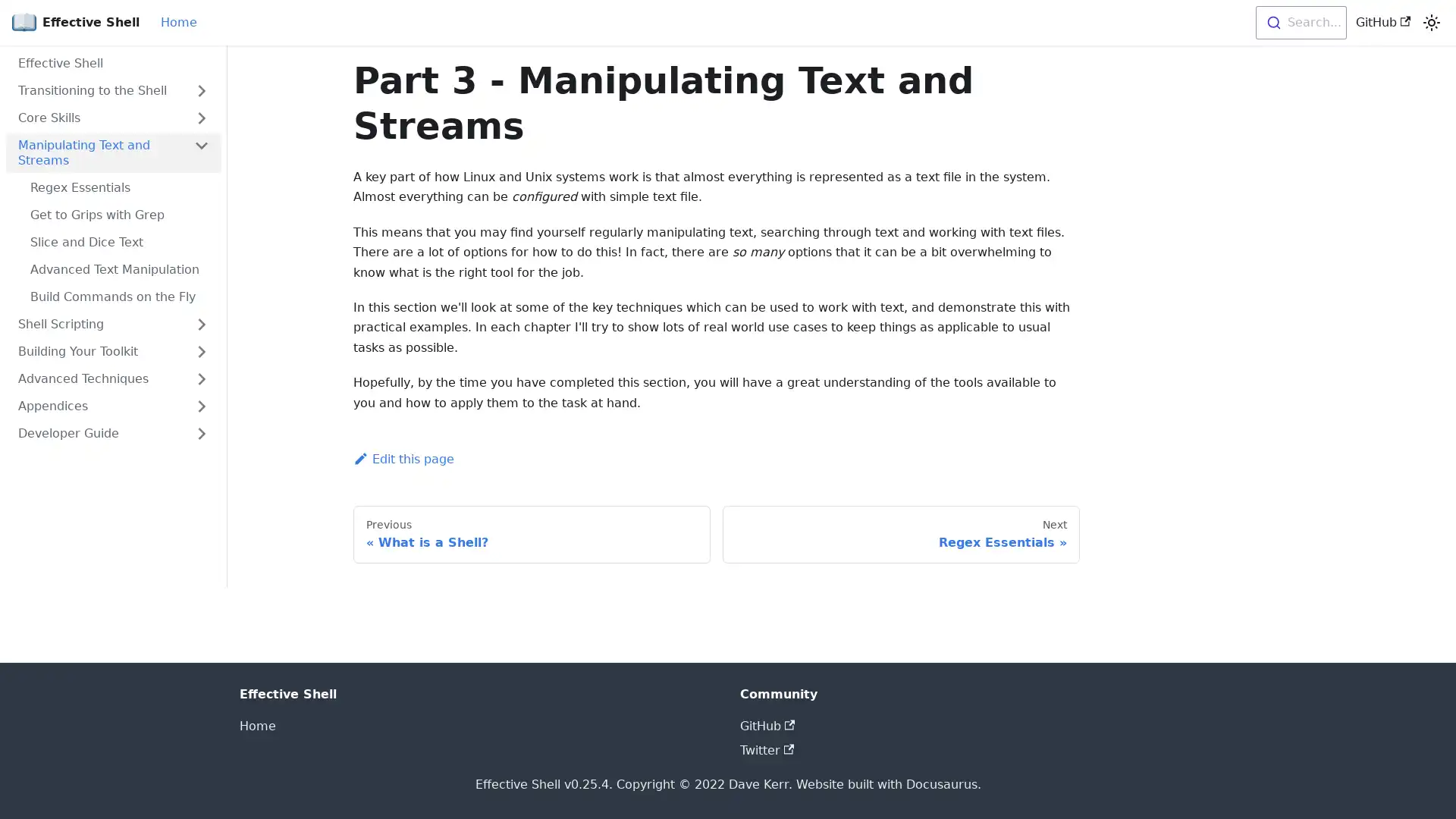 Image resolution: width=1456 pixels, height=819 pixels. I want to click on Toggle the collapsible sidebar category 'Manipulating Text and Streams', so click(200, 152).